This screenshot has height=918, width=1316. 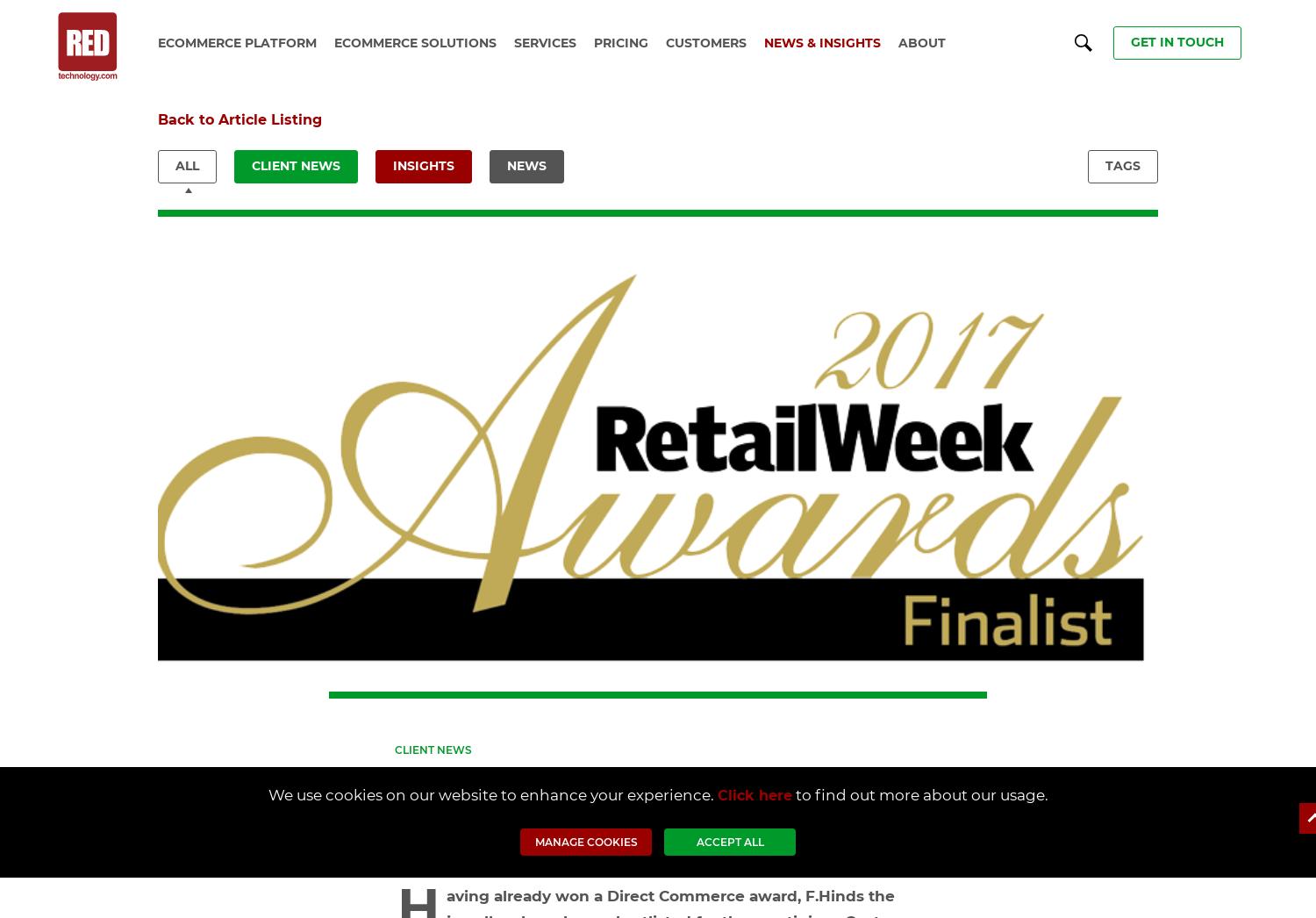 I want to click on 'TAGS', so click(x=1122, y=164).